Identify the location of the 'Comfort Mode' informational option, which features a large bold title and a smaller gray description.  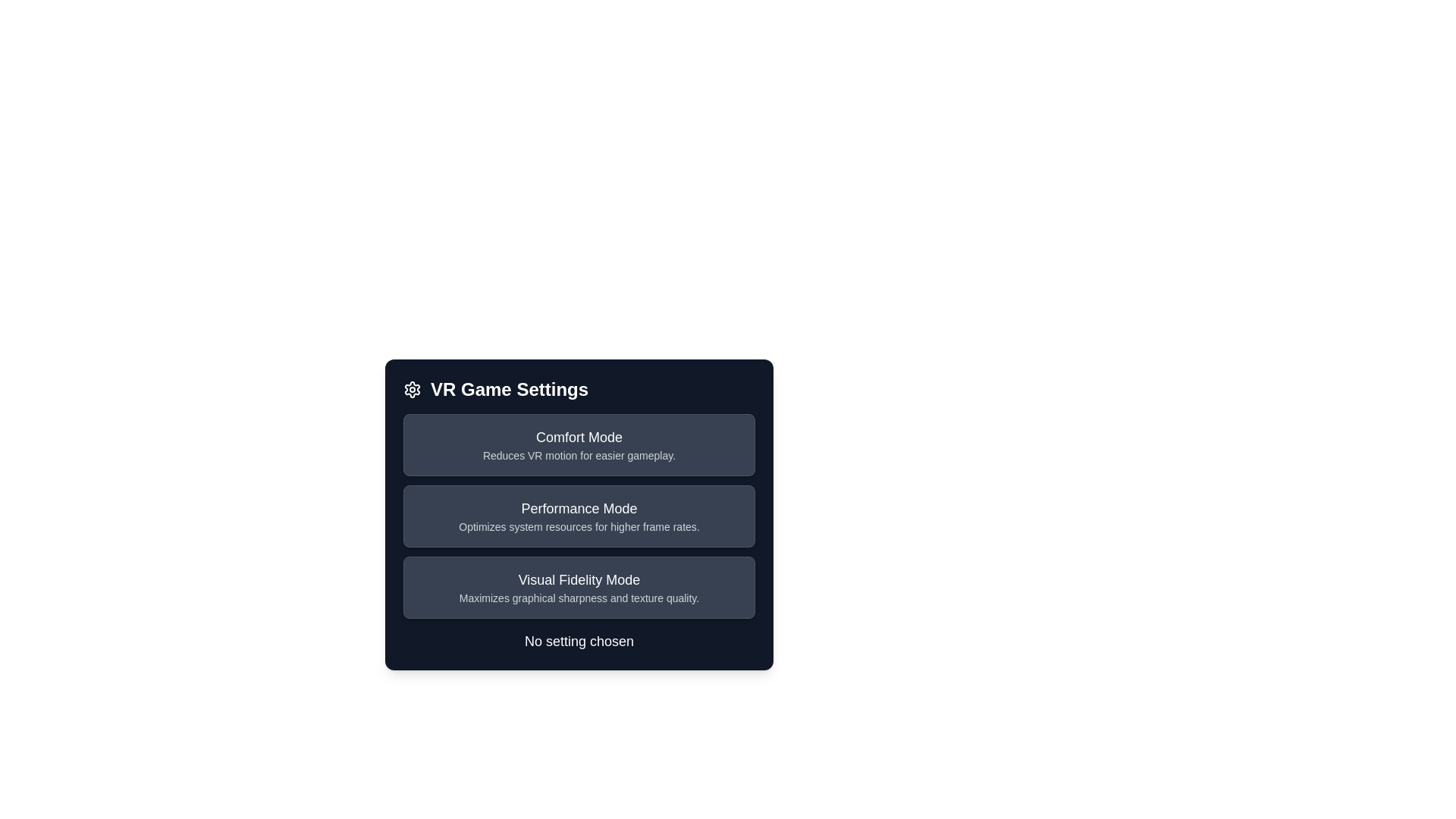
(578, 444).